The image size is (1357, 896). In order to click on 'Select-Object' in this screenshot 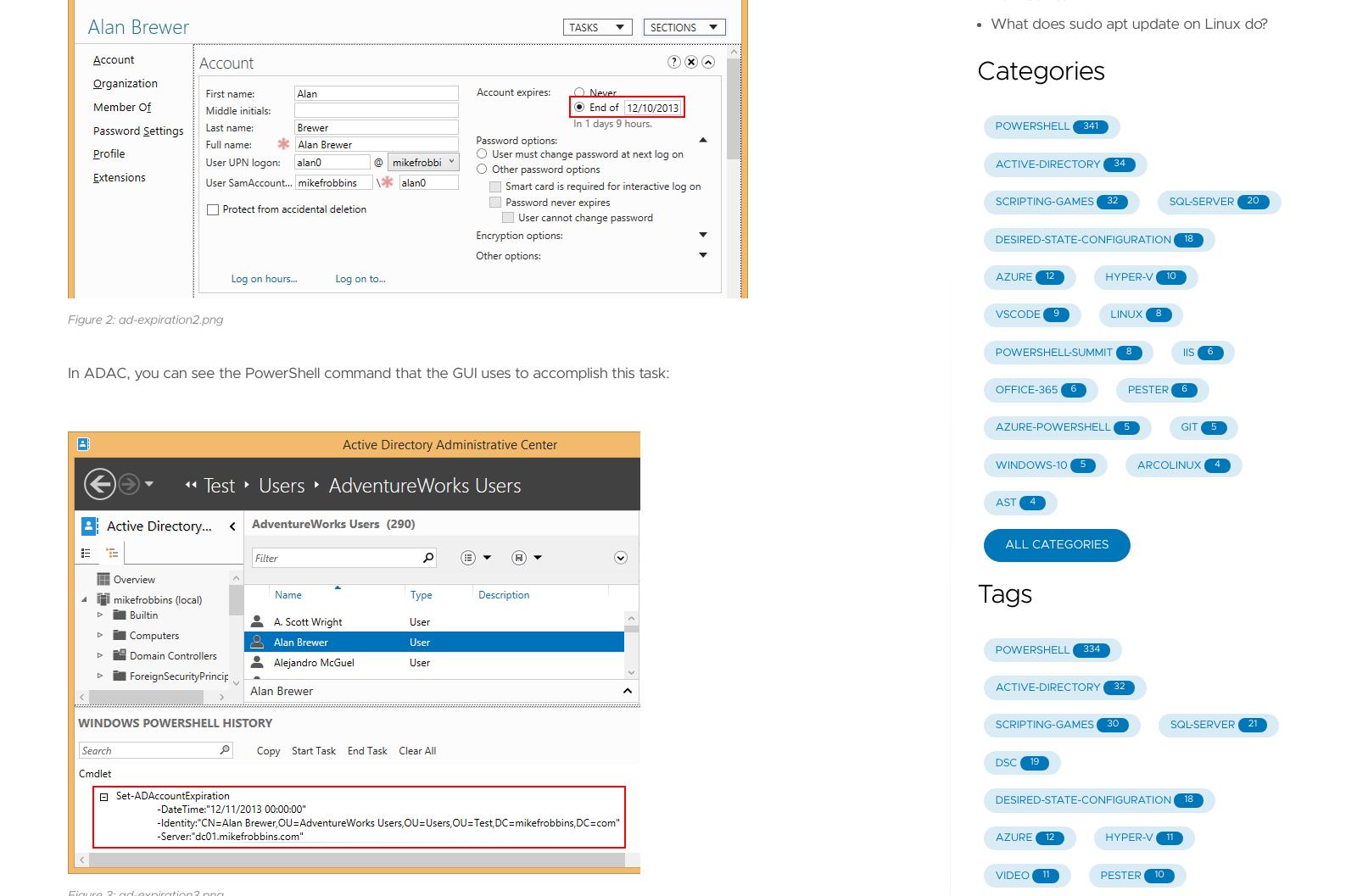, I will do `click(130, 261)`.